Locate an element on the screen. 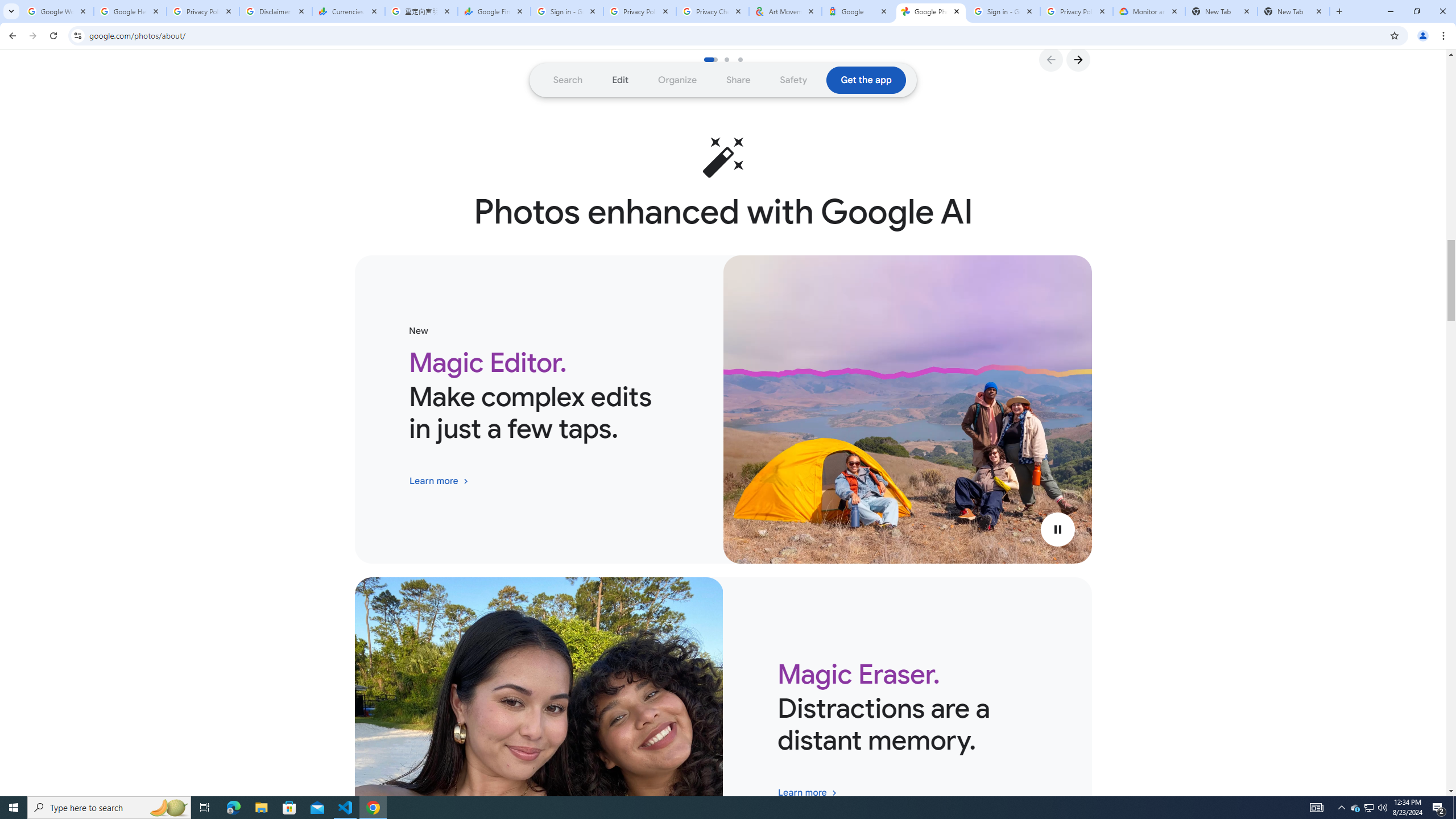  'Wand with sparkles' is located at coordinates (723, 156).